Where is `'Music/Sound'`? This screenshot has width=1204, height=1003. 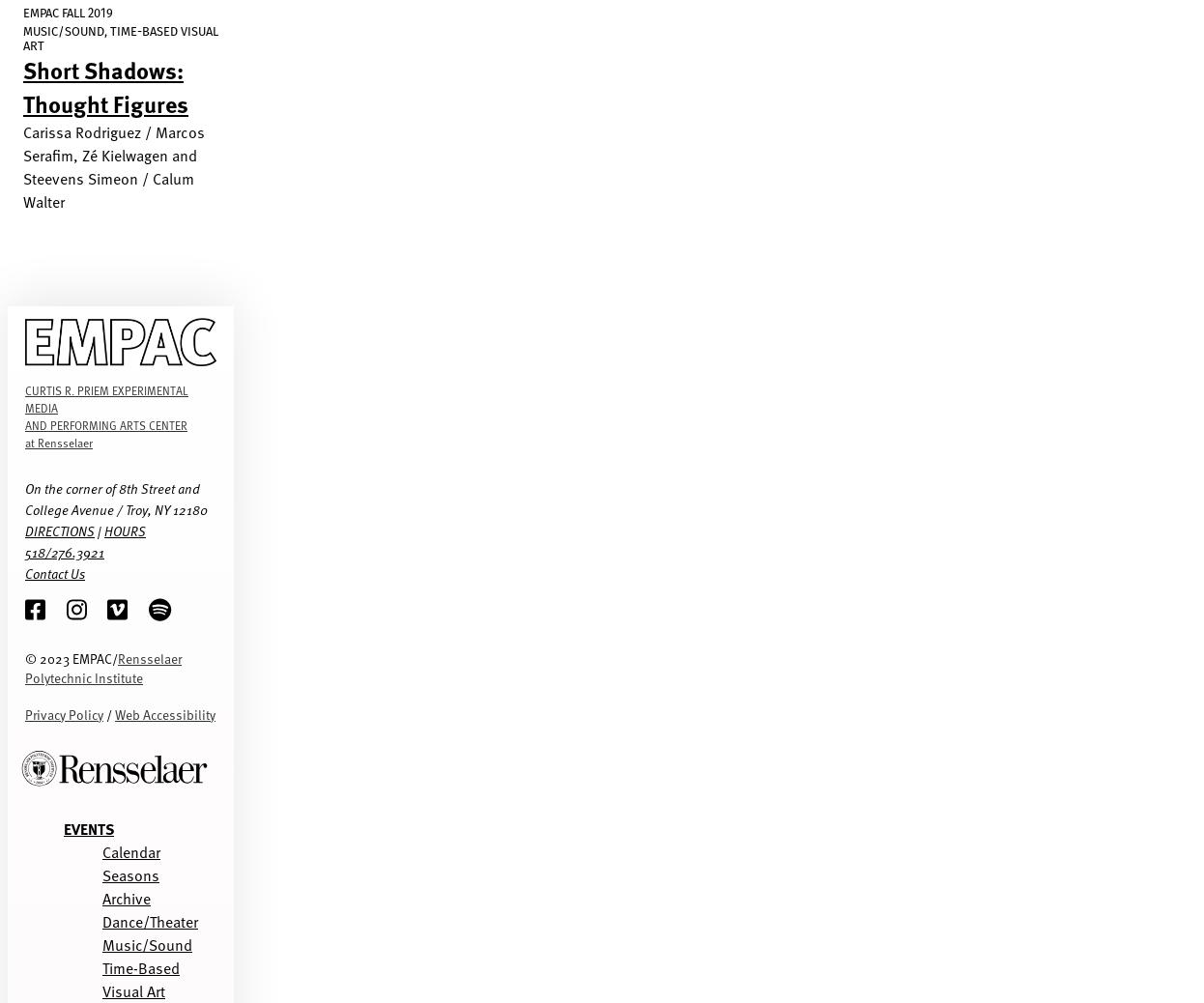
'Music/Sound' is located at coordinates (101, 943).